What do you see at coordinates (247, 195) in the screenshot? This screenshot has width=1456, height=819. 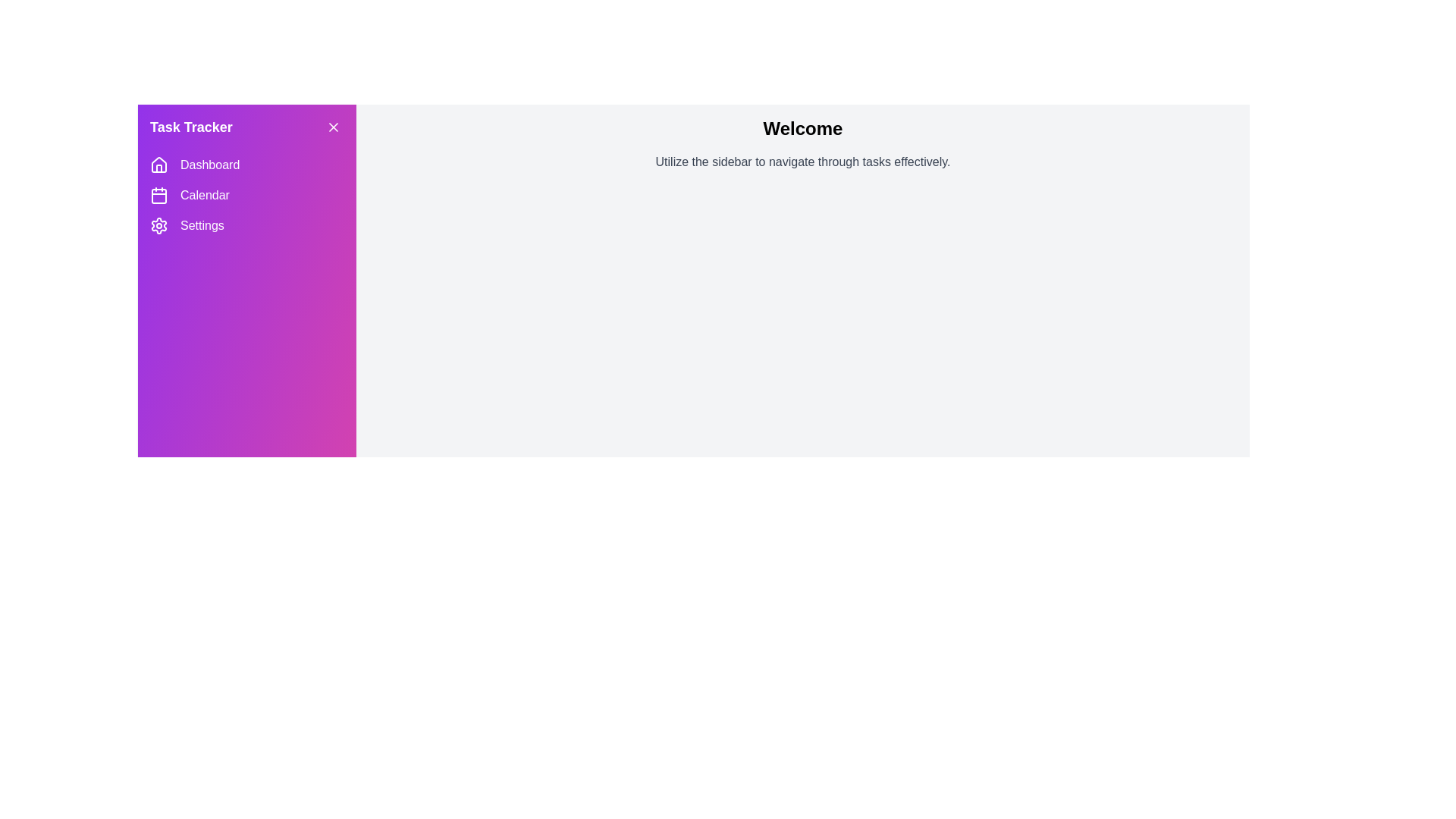 I see `the menu item labeled Calendar` at bounding box center [247, 195].